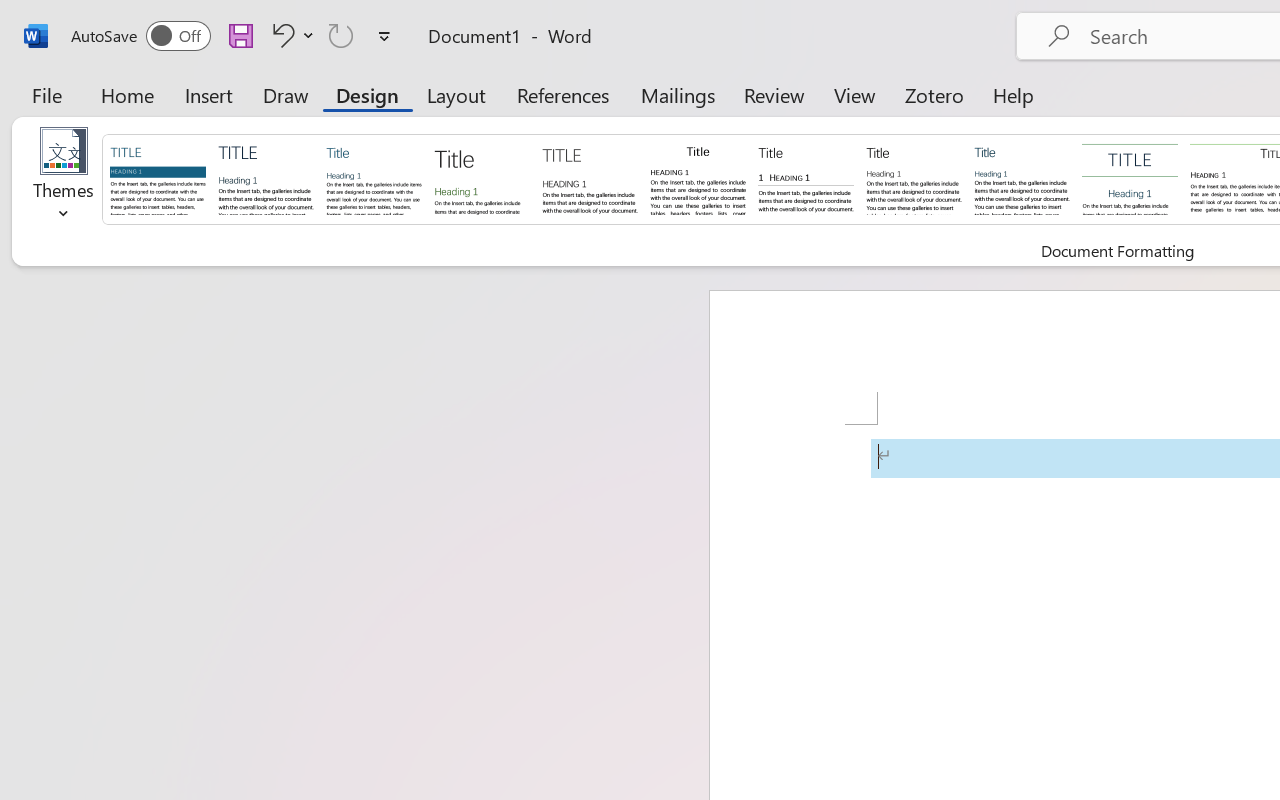 The width and height of the screenshot is (1280, 800). I want to click on 'Undo Apply Quick Style', so click(279, 34).